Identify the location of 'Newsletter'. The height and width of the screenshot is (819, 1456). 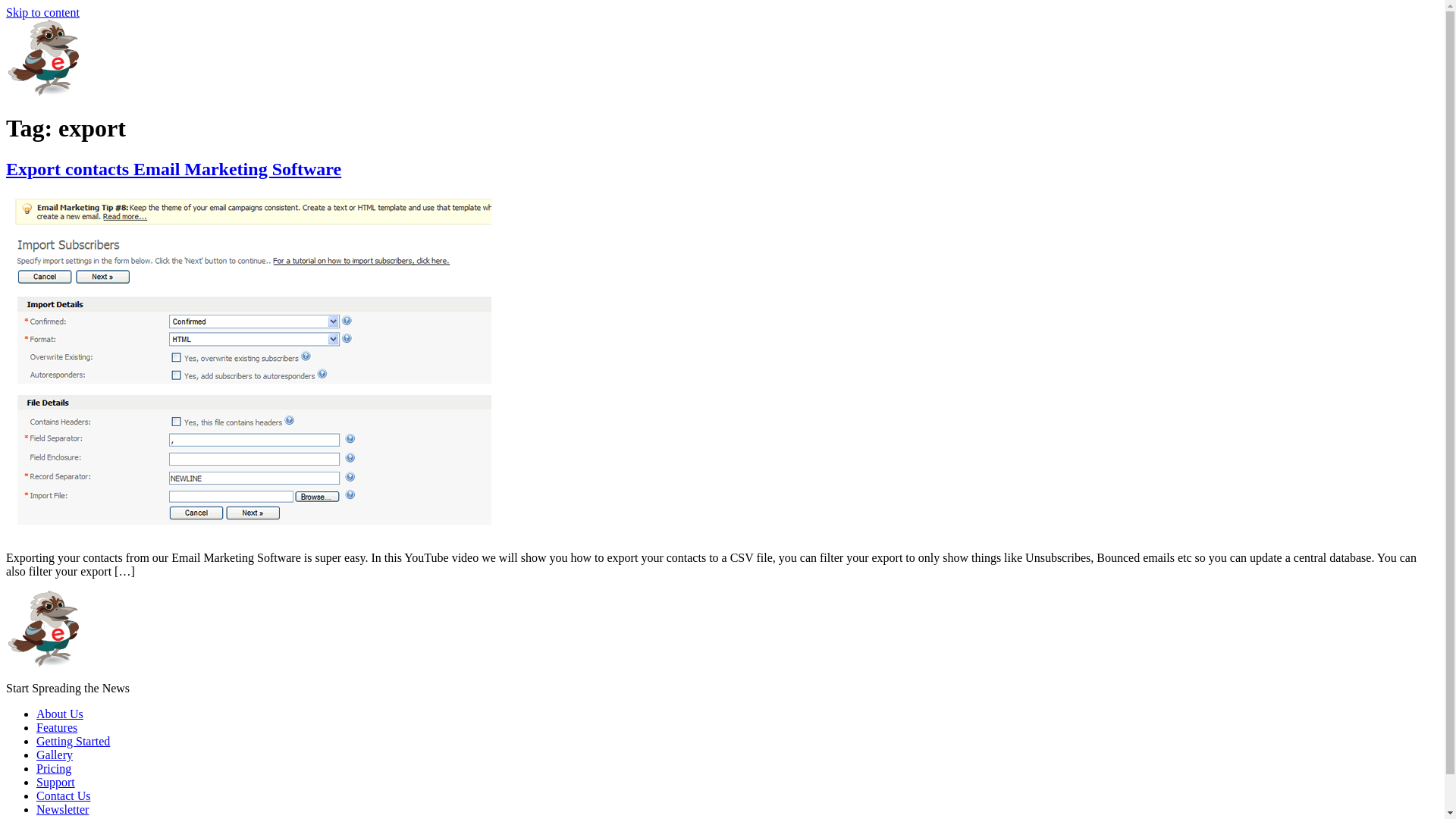
(61, 808).